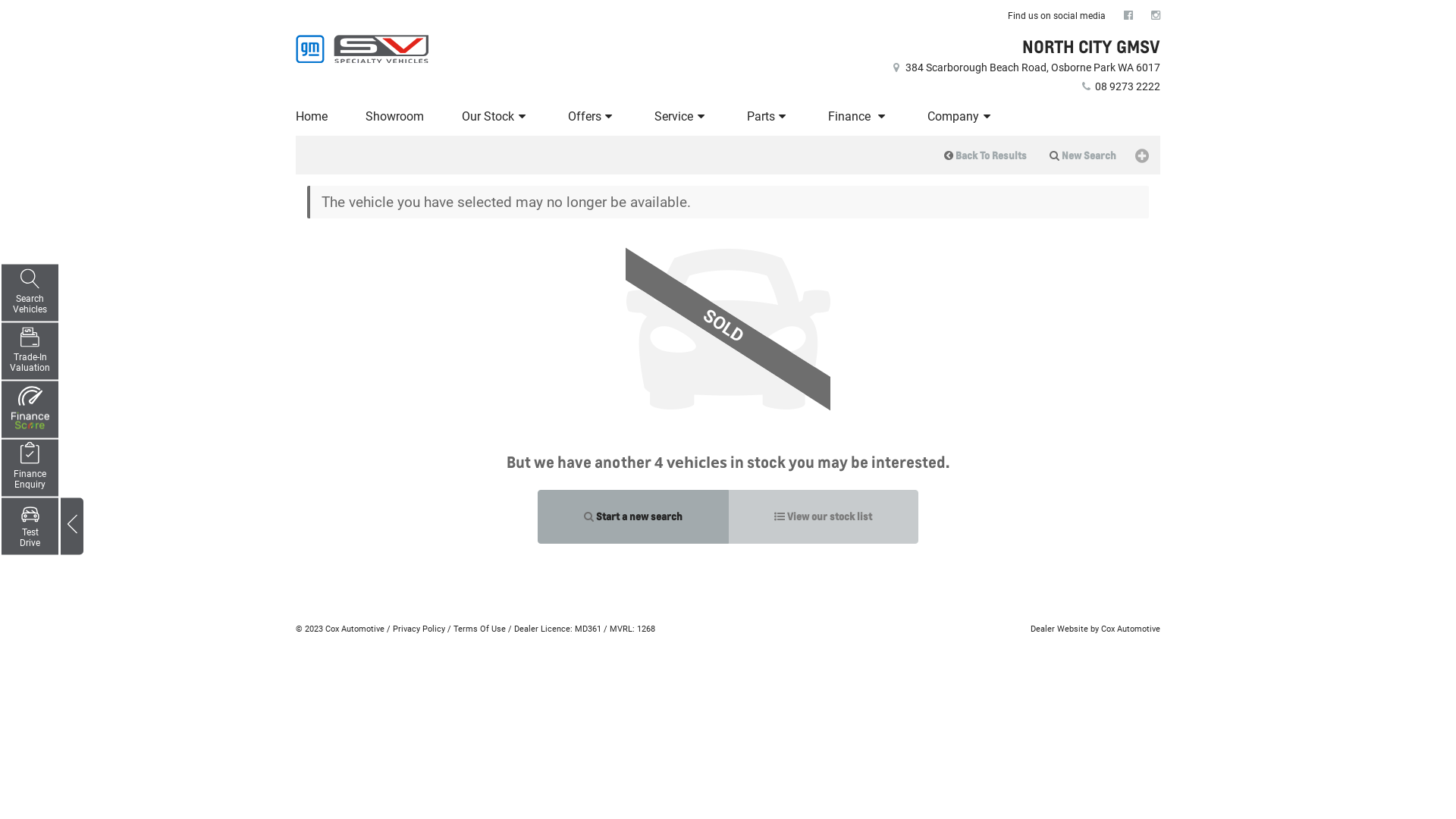 This screenshot has width=1456, height=819. What do you see at coordinates (960, 116) in the screenshot?
I see `'Company'` at bounding box center [960, 116].